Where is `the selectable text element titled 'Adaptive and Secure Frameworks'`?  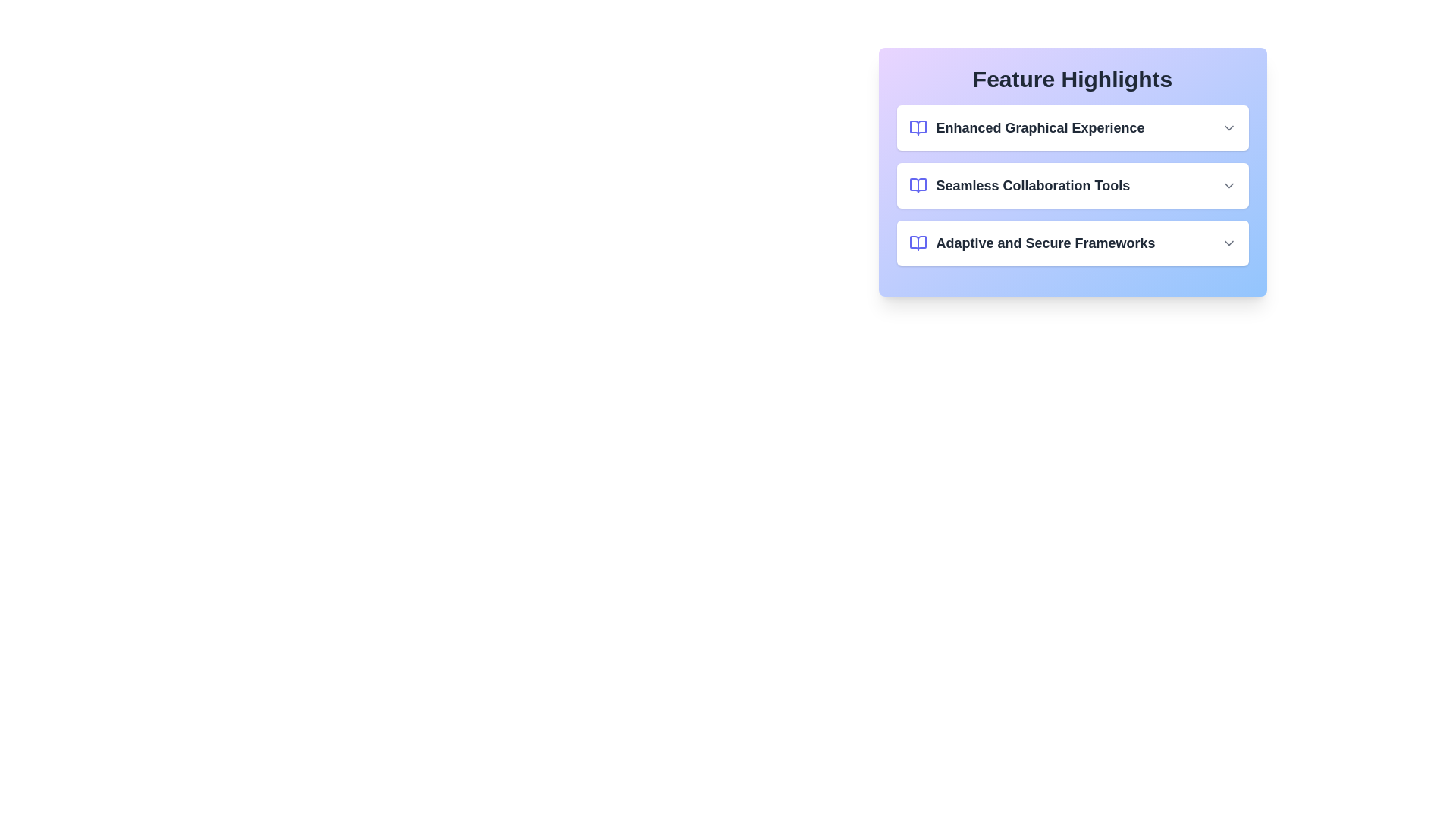 the selectable text element titled 'Adaptive and Secure Frameworks' is located at coordinates (1045, 242).